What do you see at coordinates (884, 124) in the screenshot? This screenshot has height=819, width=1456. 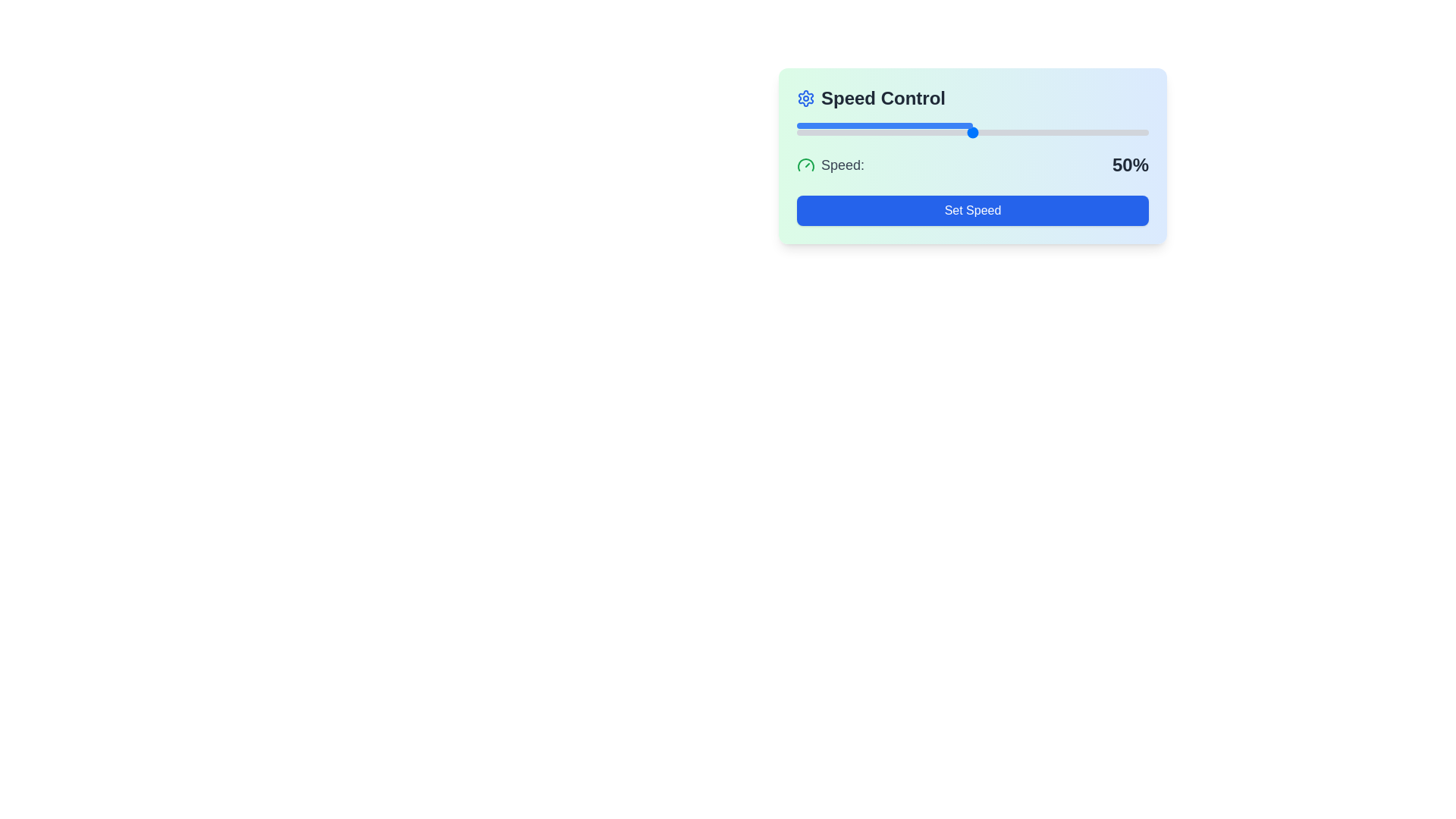 I see `the blue progress bar segment within the 'Speed Control' card` at bounding box center [884, 124].